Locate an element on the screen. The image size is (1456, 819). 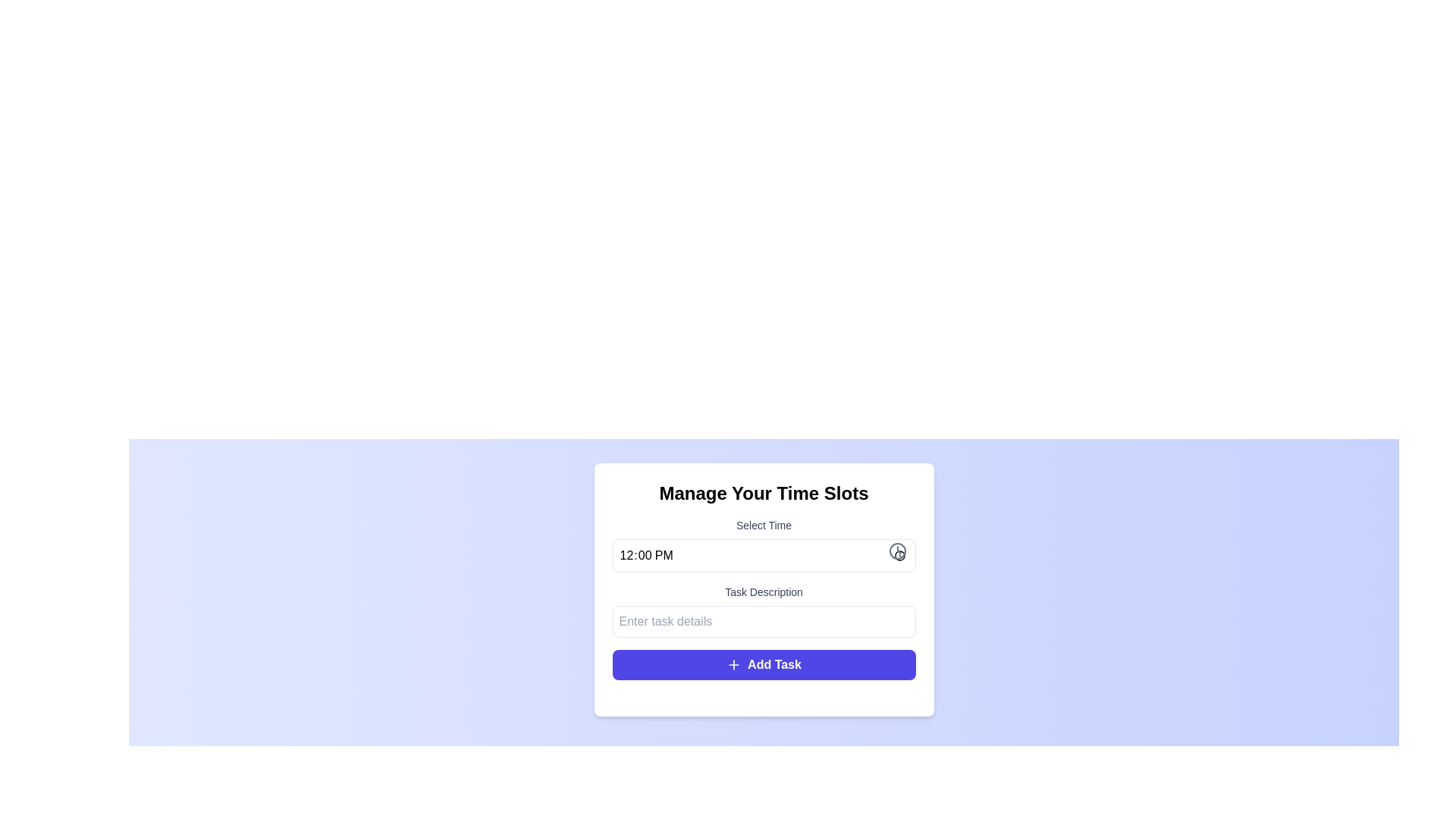
from the Time input field, located below the 'Select Time' label and centrally aligned in the white card layout, onto neighboring fields is located at coordinates (764, 553).